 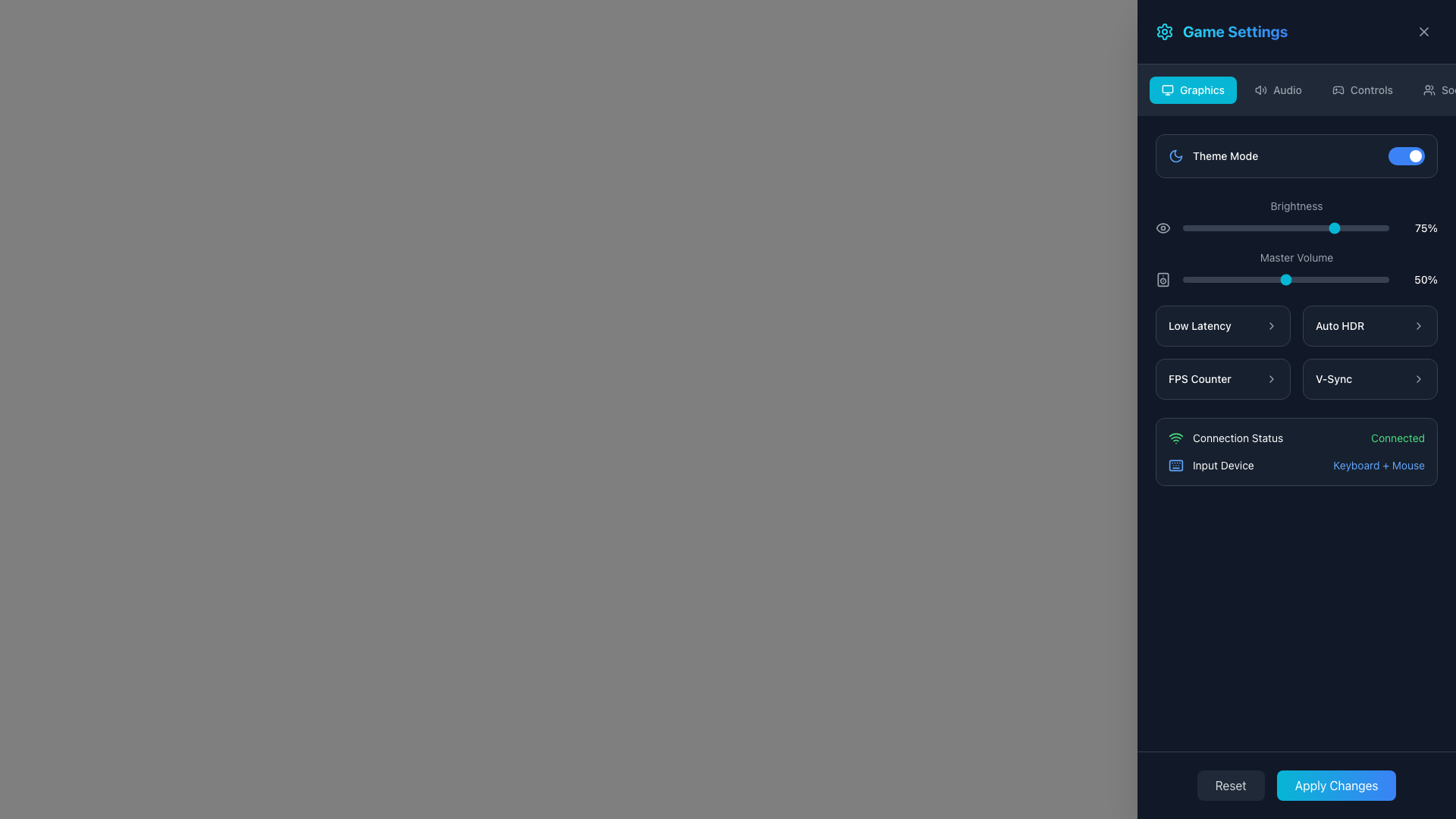 I want to click on the chevron icon located on the right side of the 'V-Sync' button group in the settings panel, so click(x=1418, y=378).